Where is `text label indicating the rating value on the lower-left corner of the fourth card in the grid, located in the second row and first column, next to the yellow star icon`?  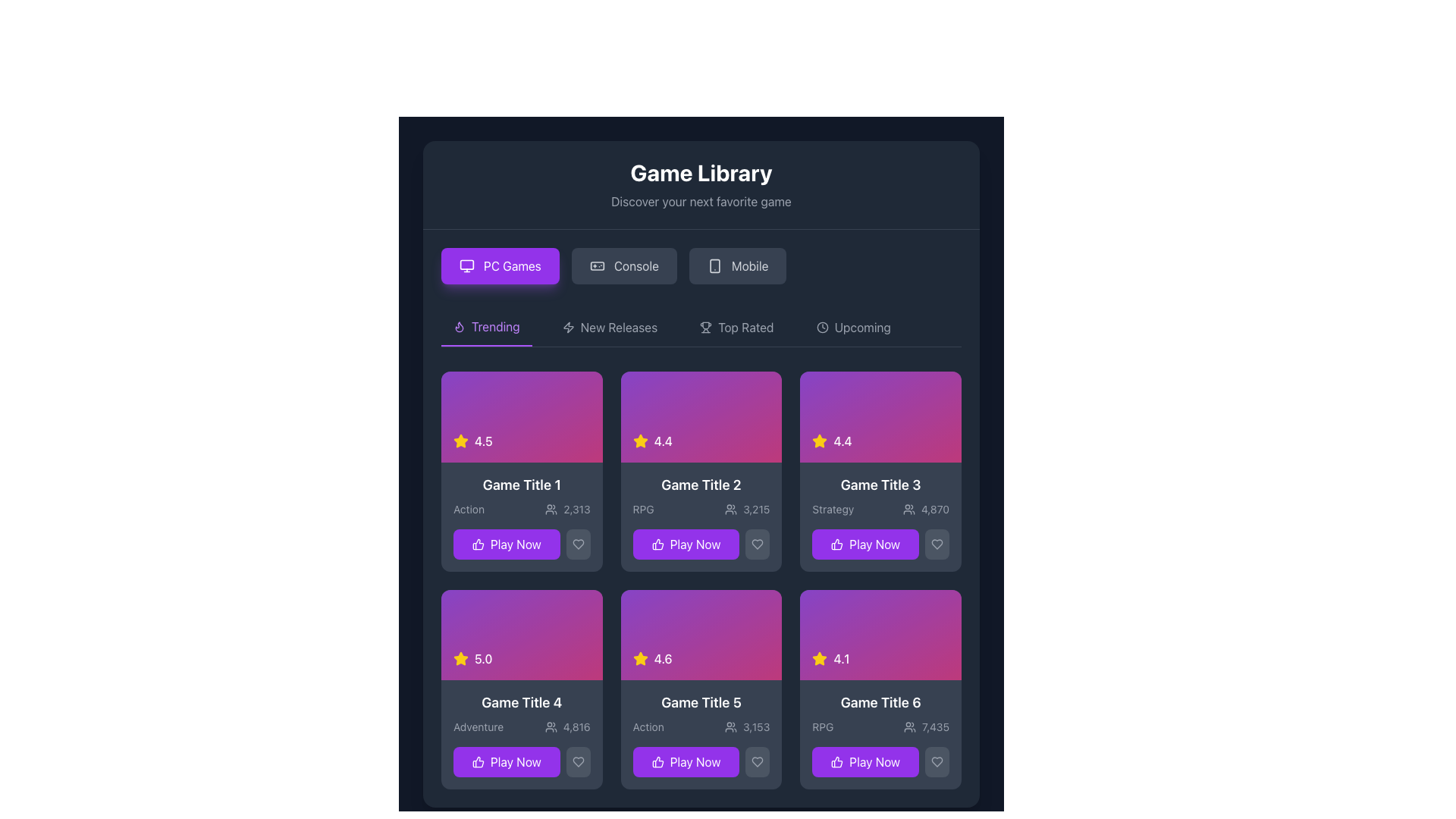
text label indicating the rating value on the lower-left corner of the fourth card in the grid, located in the second row and first column, next to the yellow star icon is located at coordinates (482, 658).